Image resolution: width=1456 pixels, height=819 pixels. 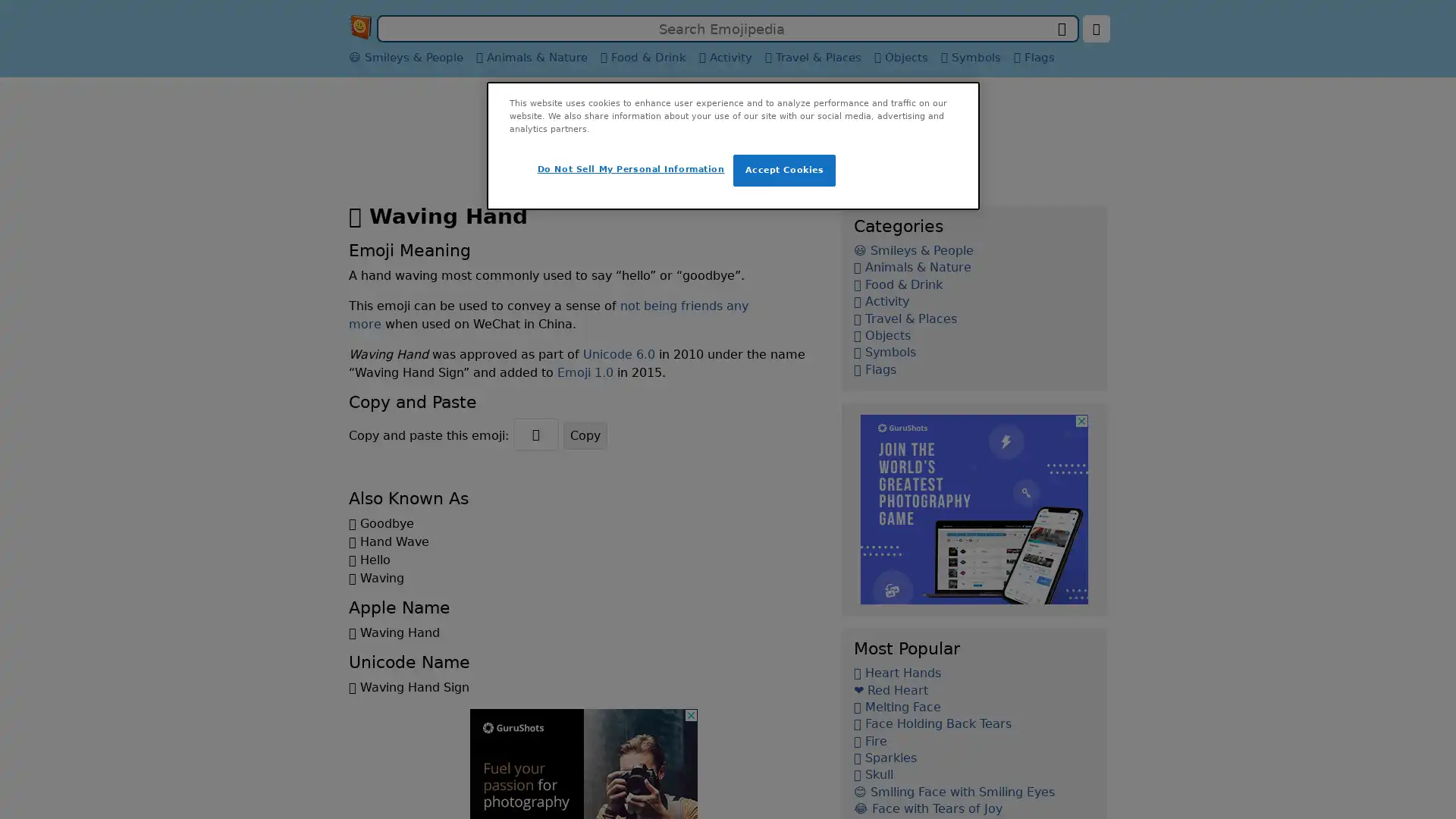 I want to click on change language, so click(x=1096, y=29).